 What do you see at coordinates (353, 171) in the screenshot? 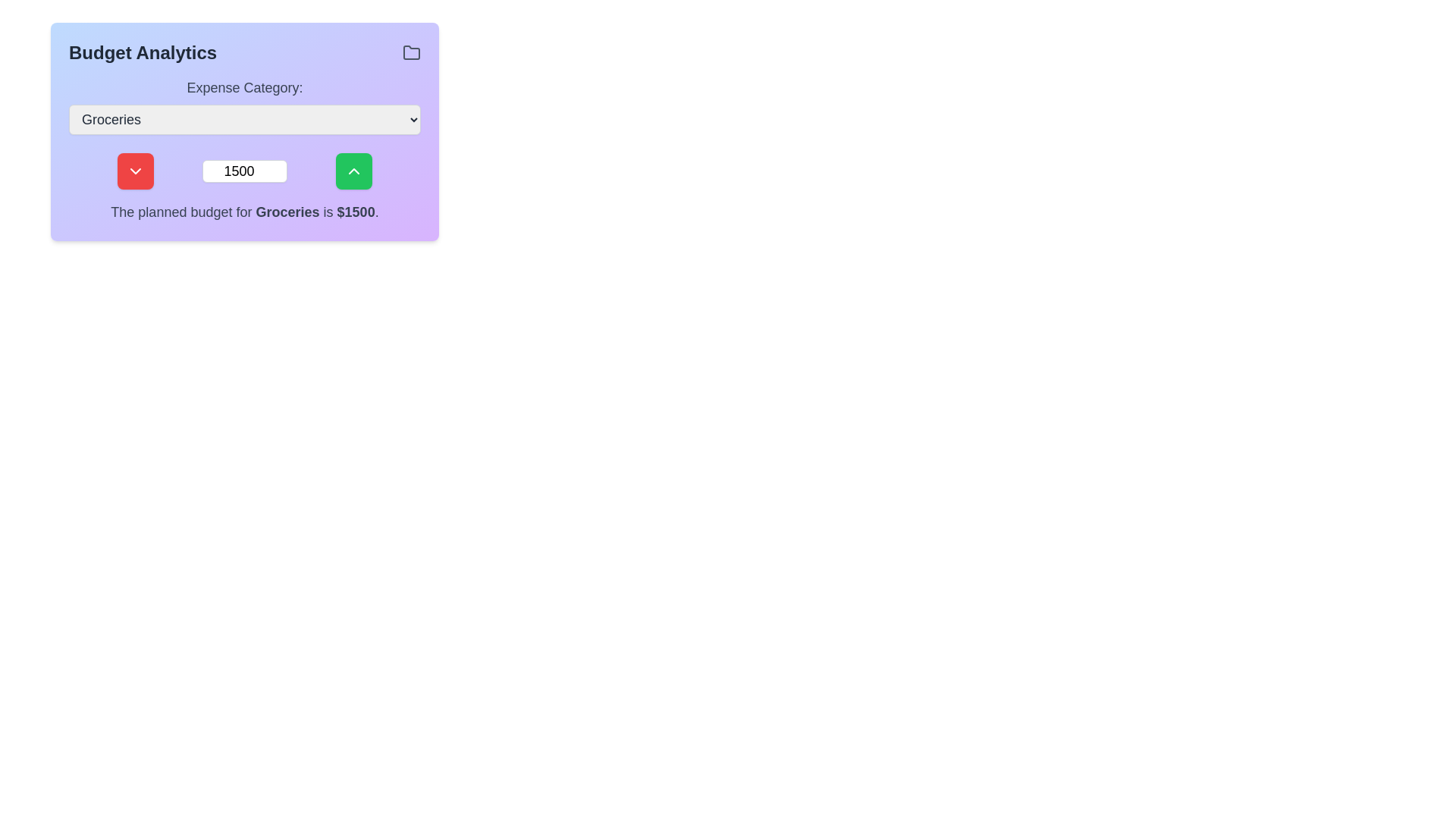
I see `the chevron-shaped upward arrow button with a thin white outline and green rounded rectangular background, located to the right of the numerical input field` at bounding box center [353, 171].